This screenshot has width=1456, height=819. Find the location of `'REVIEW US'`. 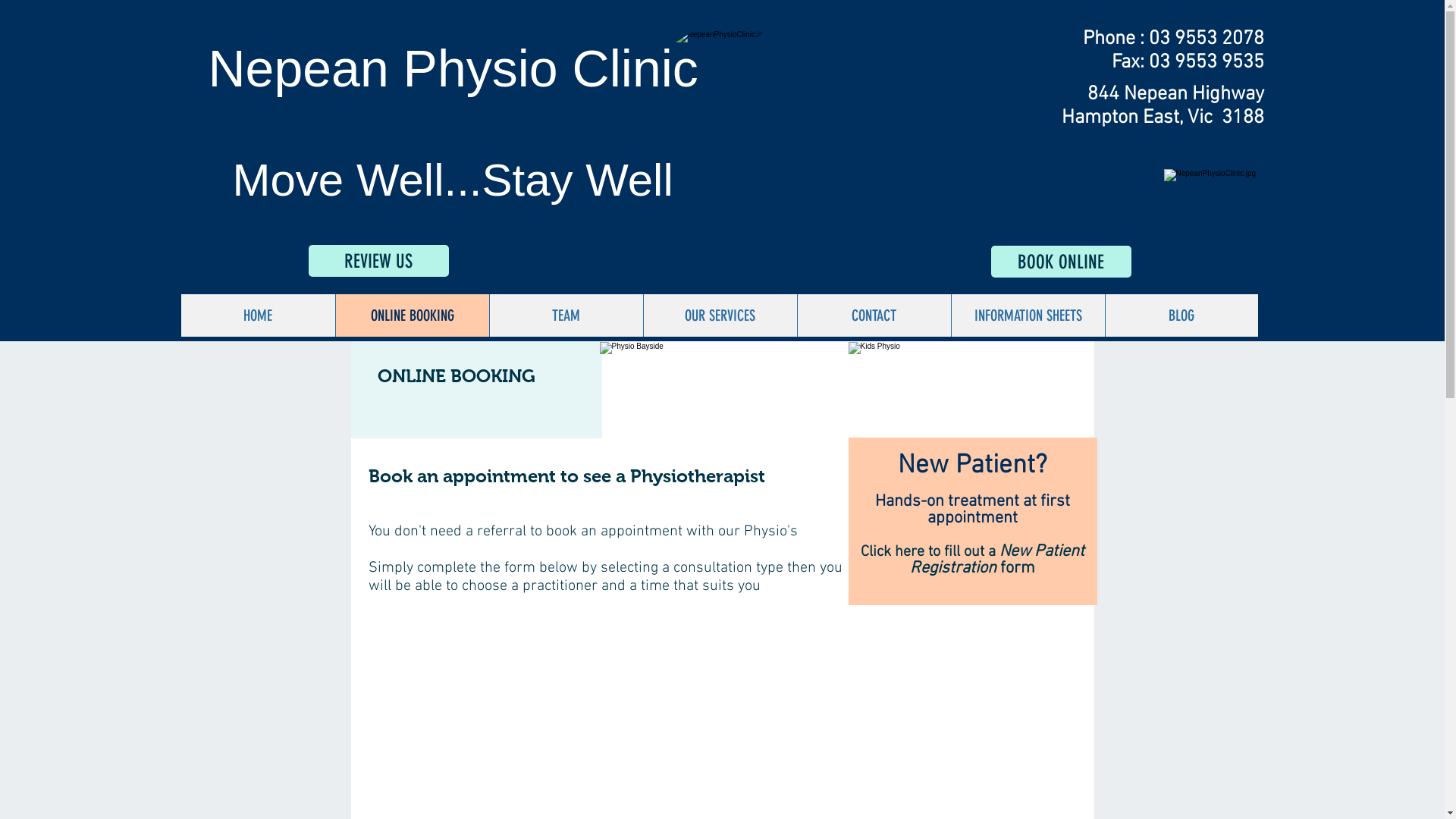

'REVIEW US' is located at coordinates (307, 259).